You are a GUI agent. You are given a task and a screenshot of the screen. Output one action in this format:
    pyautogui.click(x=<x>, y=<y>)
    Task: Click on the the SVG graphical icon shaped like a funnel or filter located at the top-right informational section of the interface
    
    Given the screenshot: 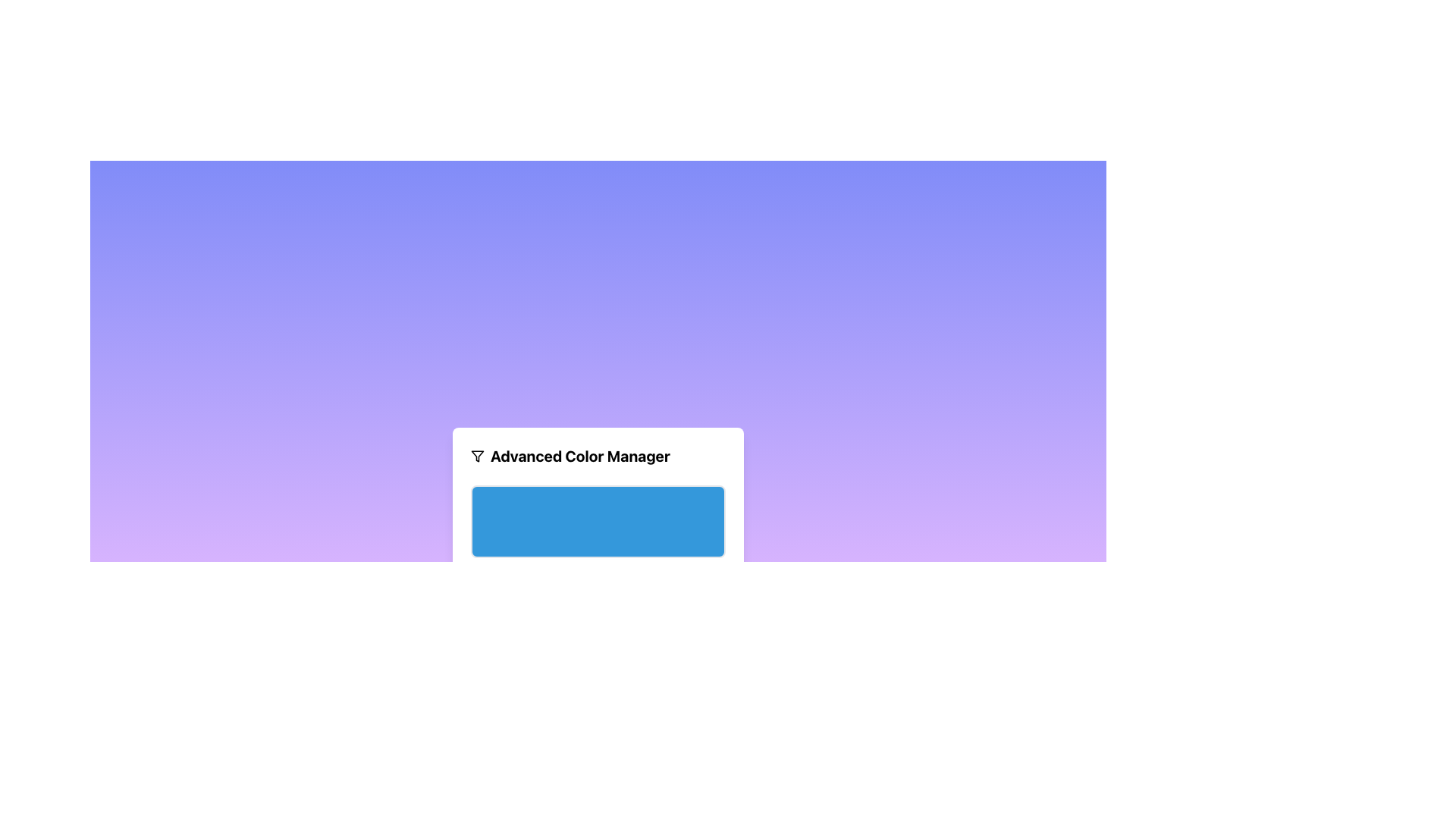 What is the action you would take?
    pyautogui.click(x=476, y=455)
    